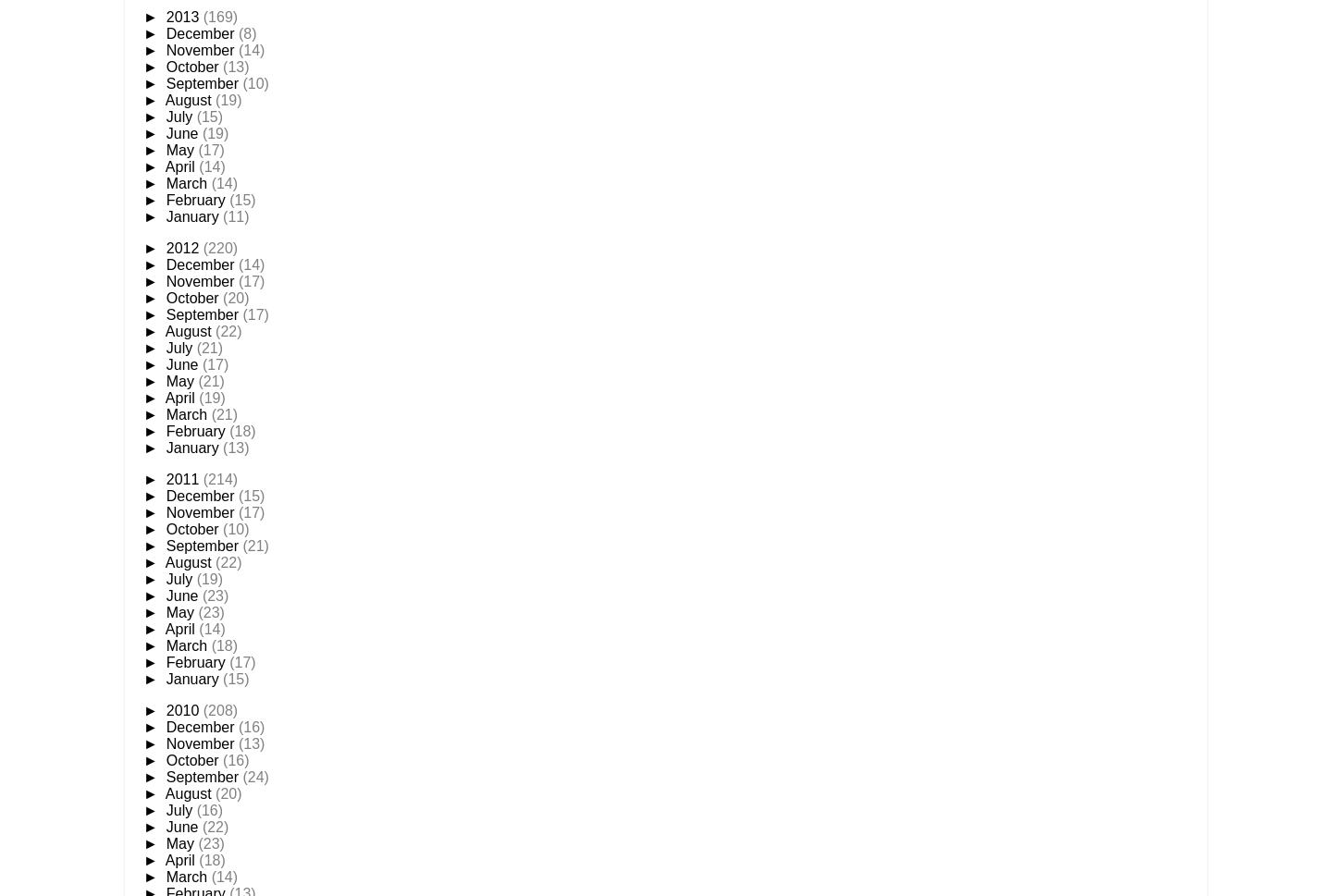 This screenshot has width=1332, height=896. I want to click on '2013', so click(184, 17).